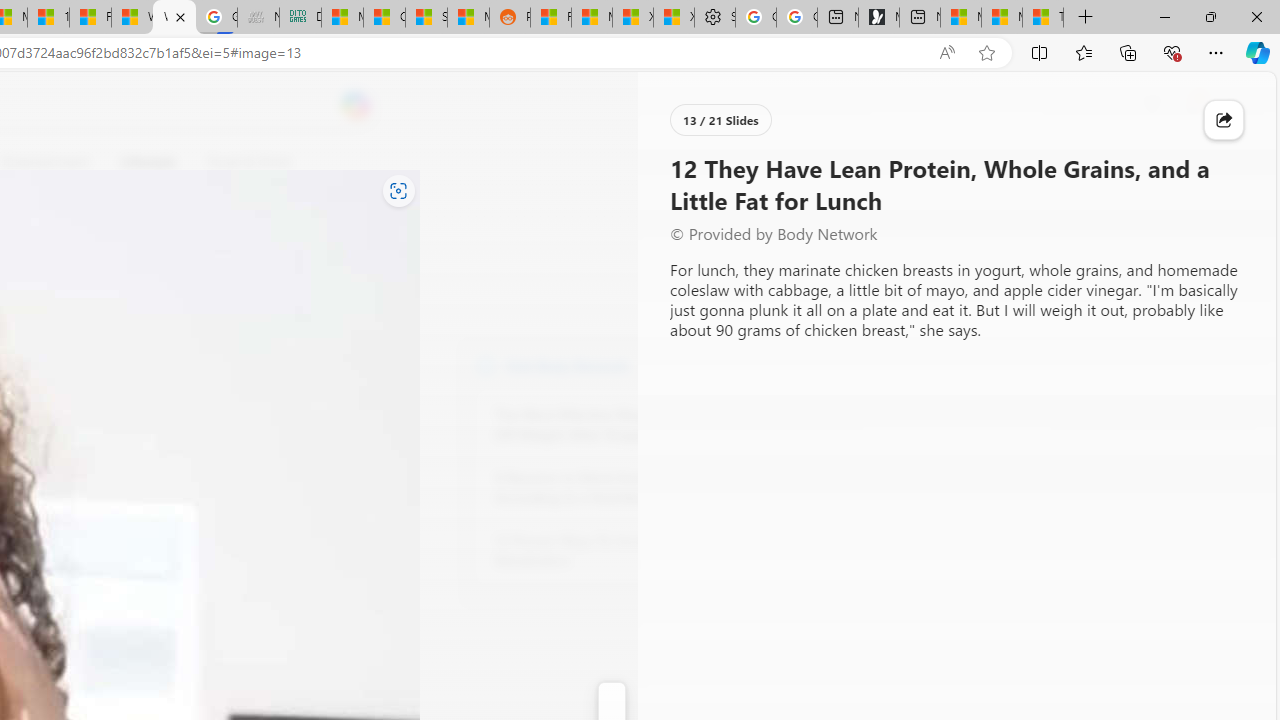 The image size is (1280, 720). Describe the element at coordinates (1042, 17) in the screenshot. I see `'These 3 Stocks Pay You More Than 5% to Own Them'` at that location.